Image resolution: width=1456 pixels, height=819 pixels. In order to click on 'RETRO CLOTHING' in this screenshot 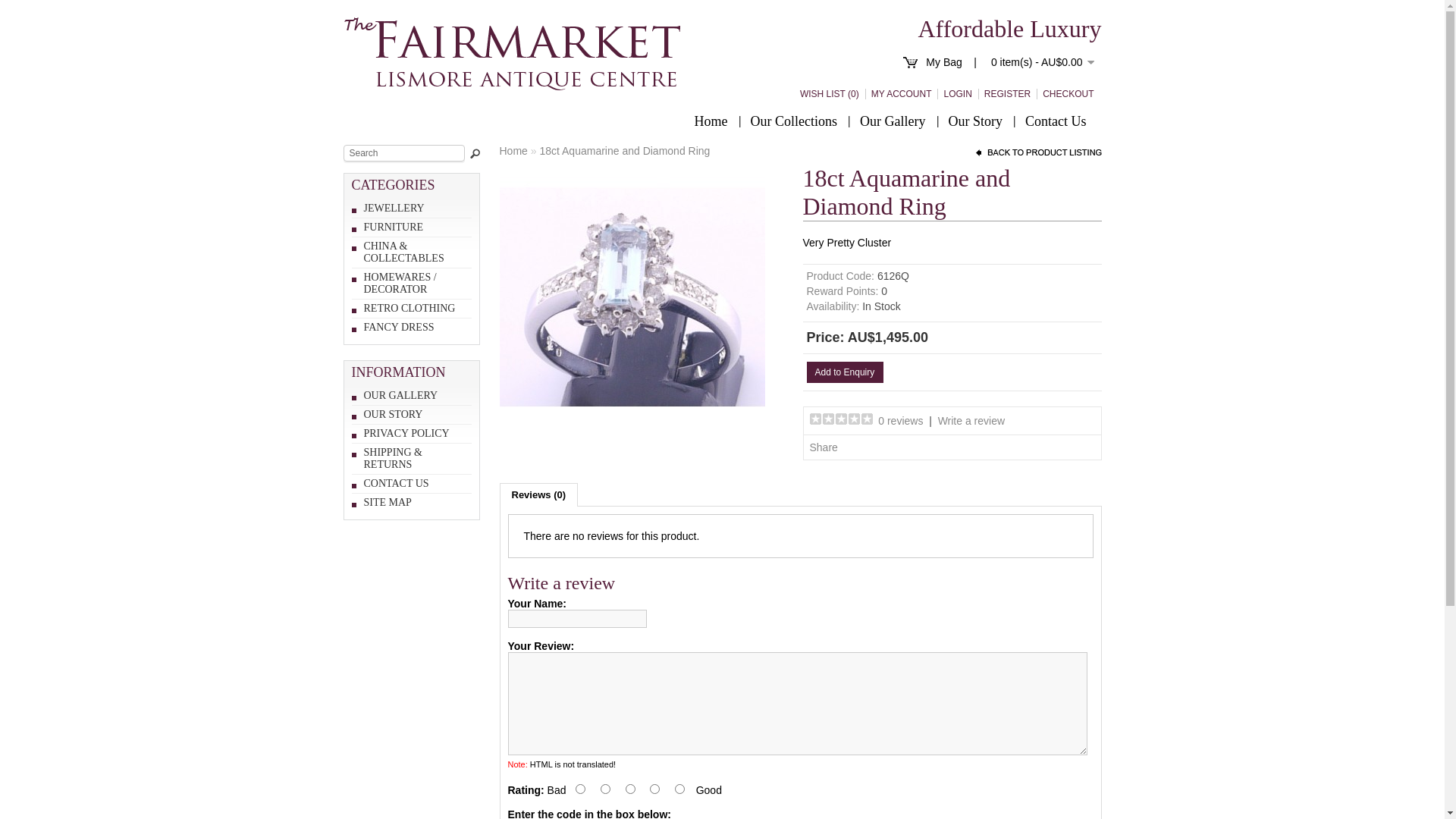, I will do `click(409, 307)`.